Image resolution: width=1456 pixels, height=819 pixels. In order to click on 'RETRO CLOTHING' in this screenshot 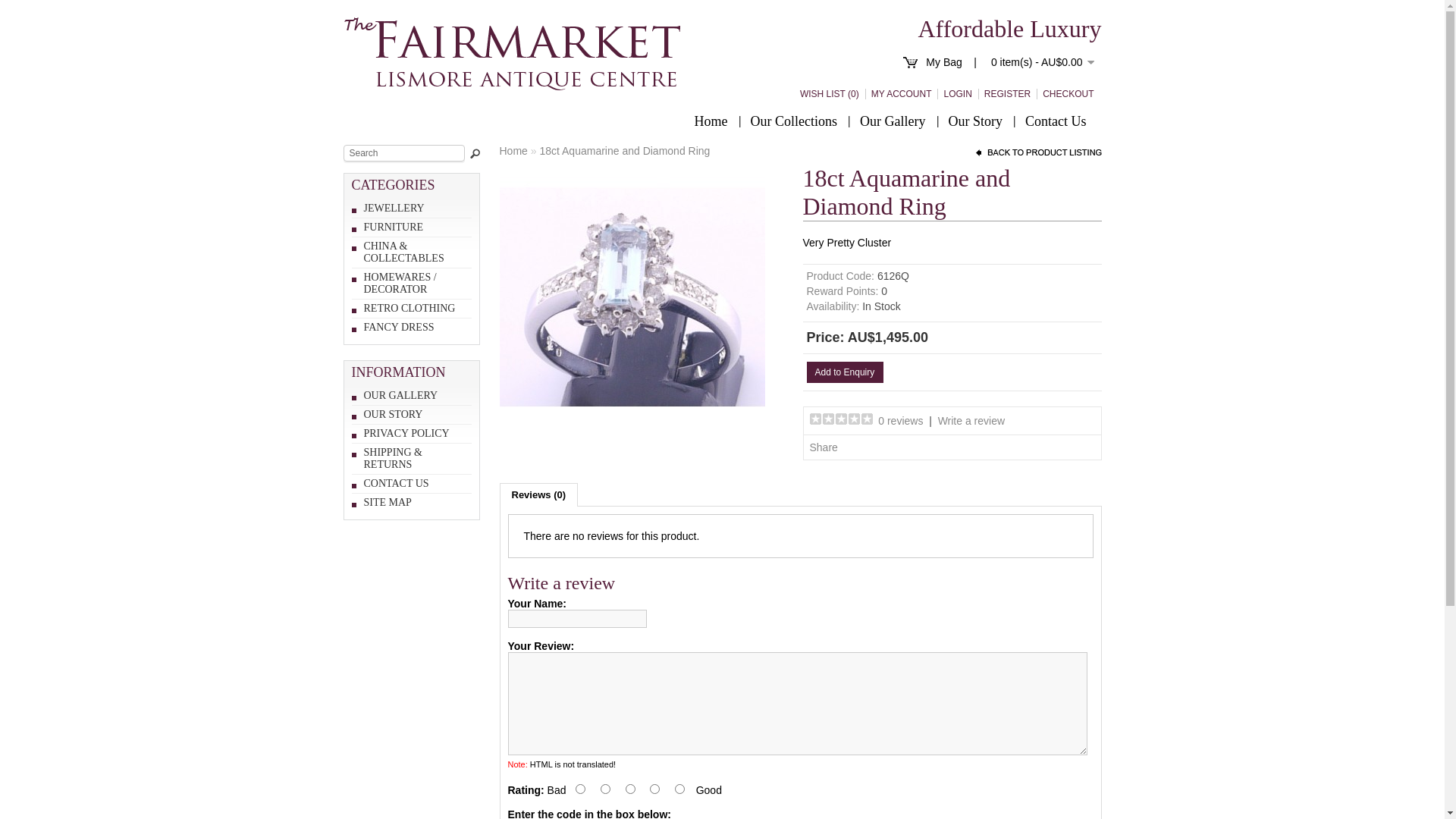, I will do `click(409, 307)`.